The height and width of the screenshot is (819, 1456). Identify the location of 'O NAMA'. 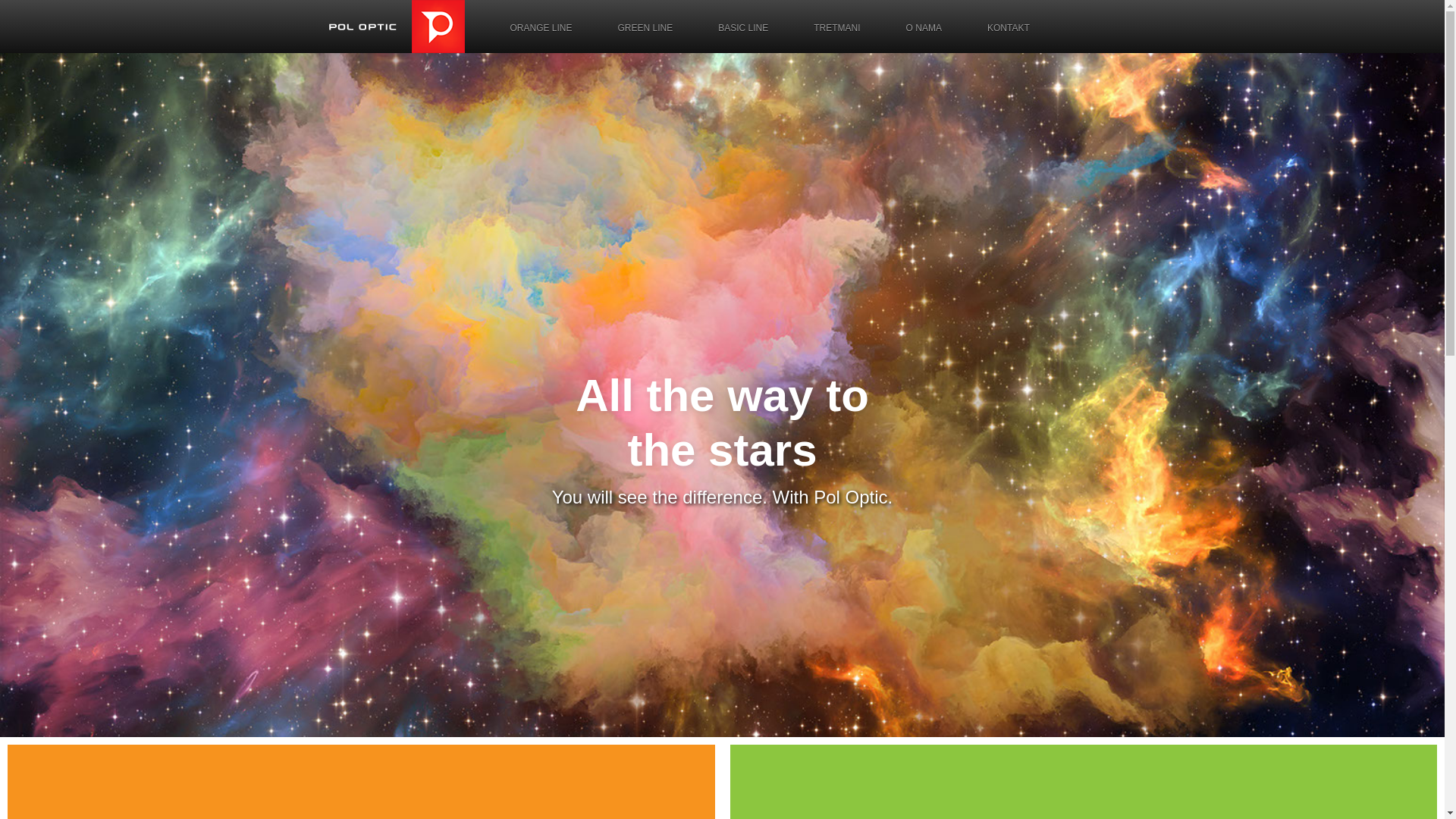
(923, 28).